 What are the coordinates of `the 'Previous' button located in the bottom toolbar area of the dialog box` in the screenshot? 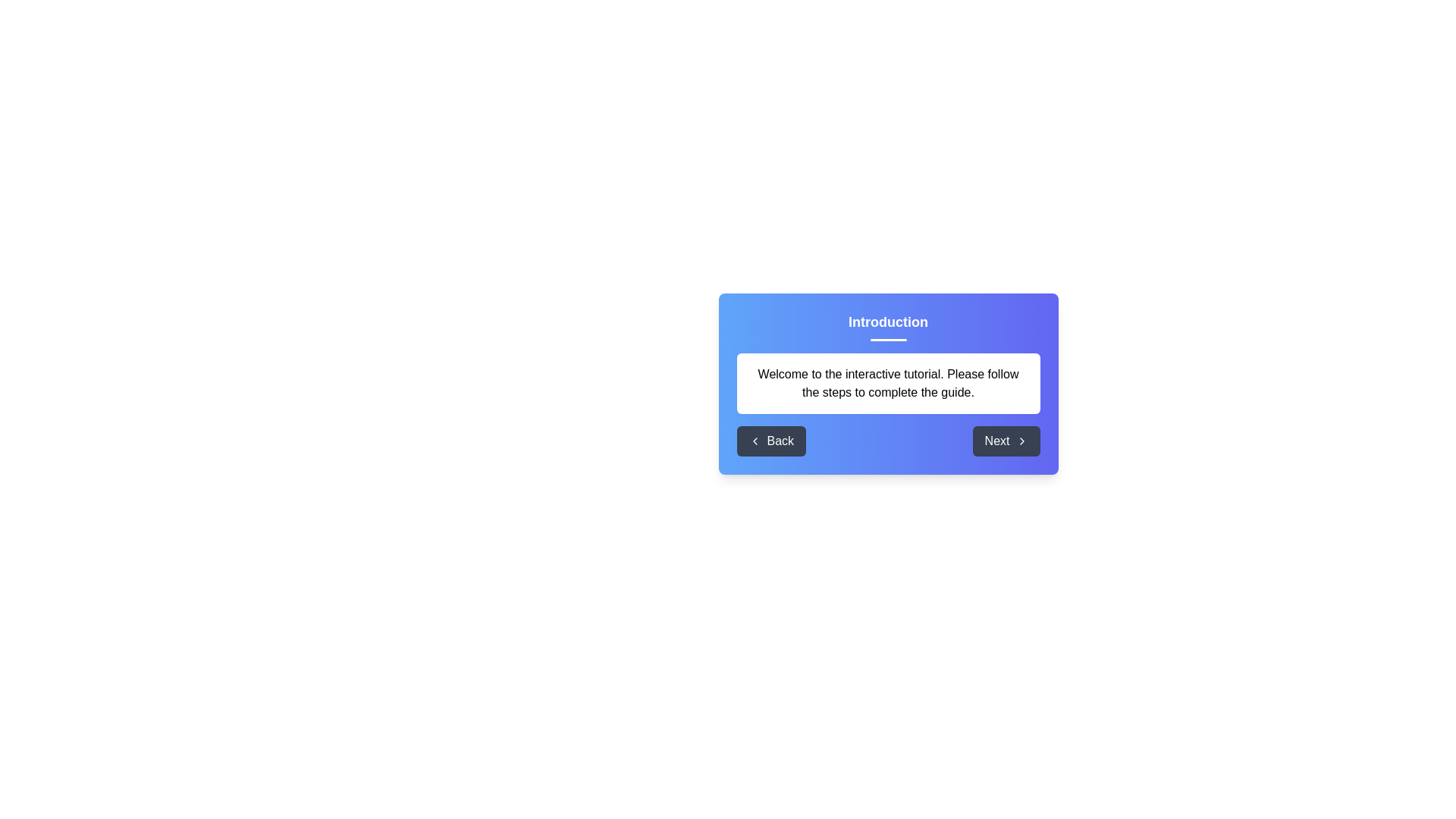 It's located at (771, 441).